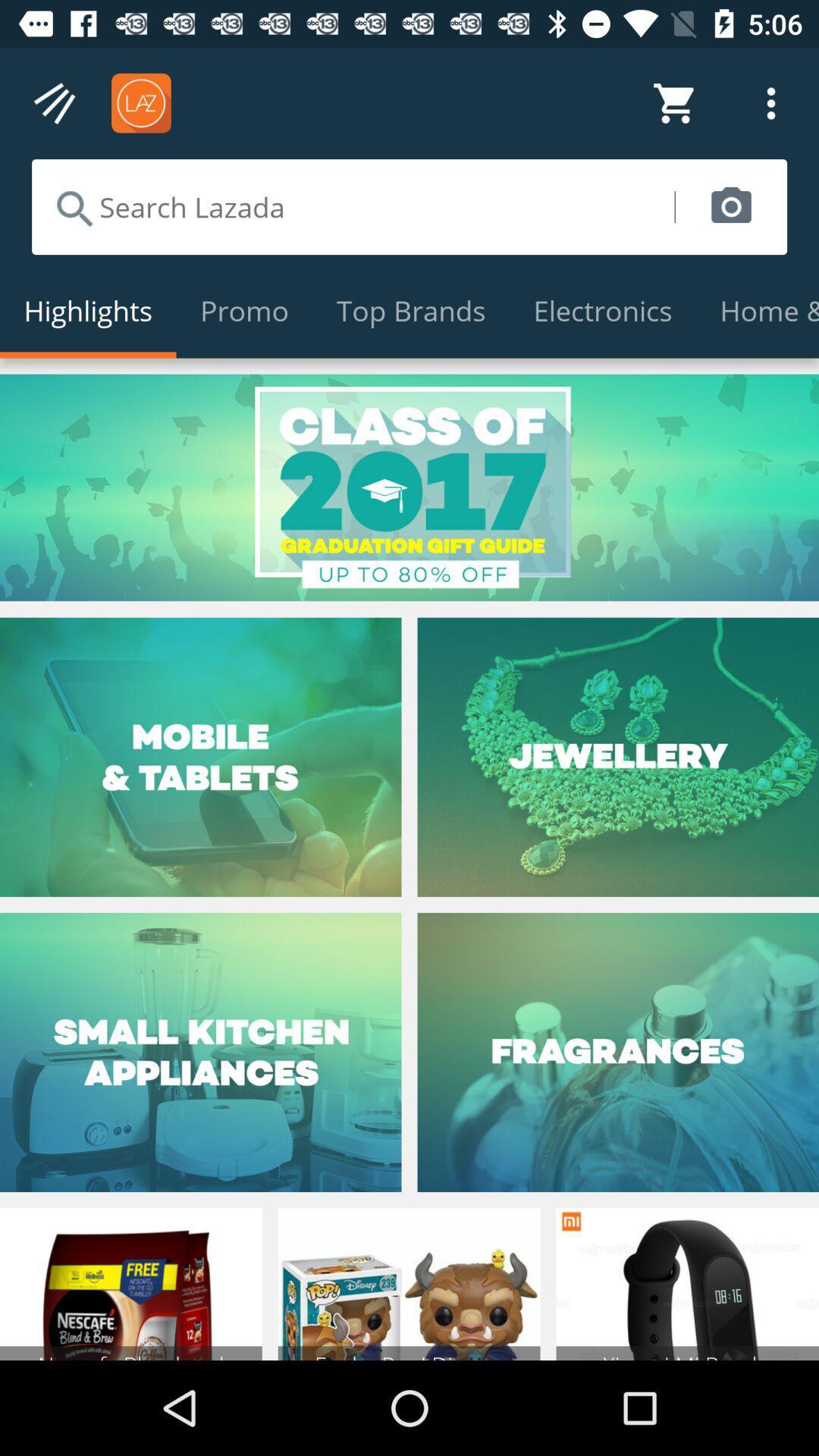 Image resolution: width=819 pixels, height=1456 pixels. Describe the element at coordinates (730, 206) in the screenshot. I see `picture` at that location.